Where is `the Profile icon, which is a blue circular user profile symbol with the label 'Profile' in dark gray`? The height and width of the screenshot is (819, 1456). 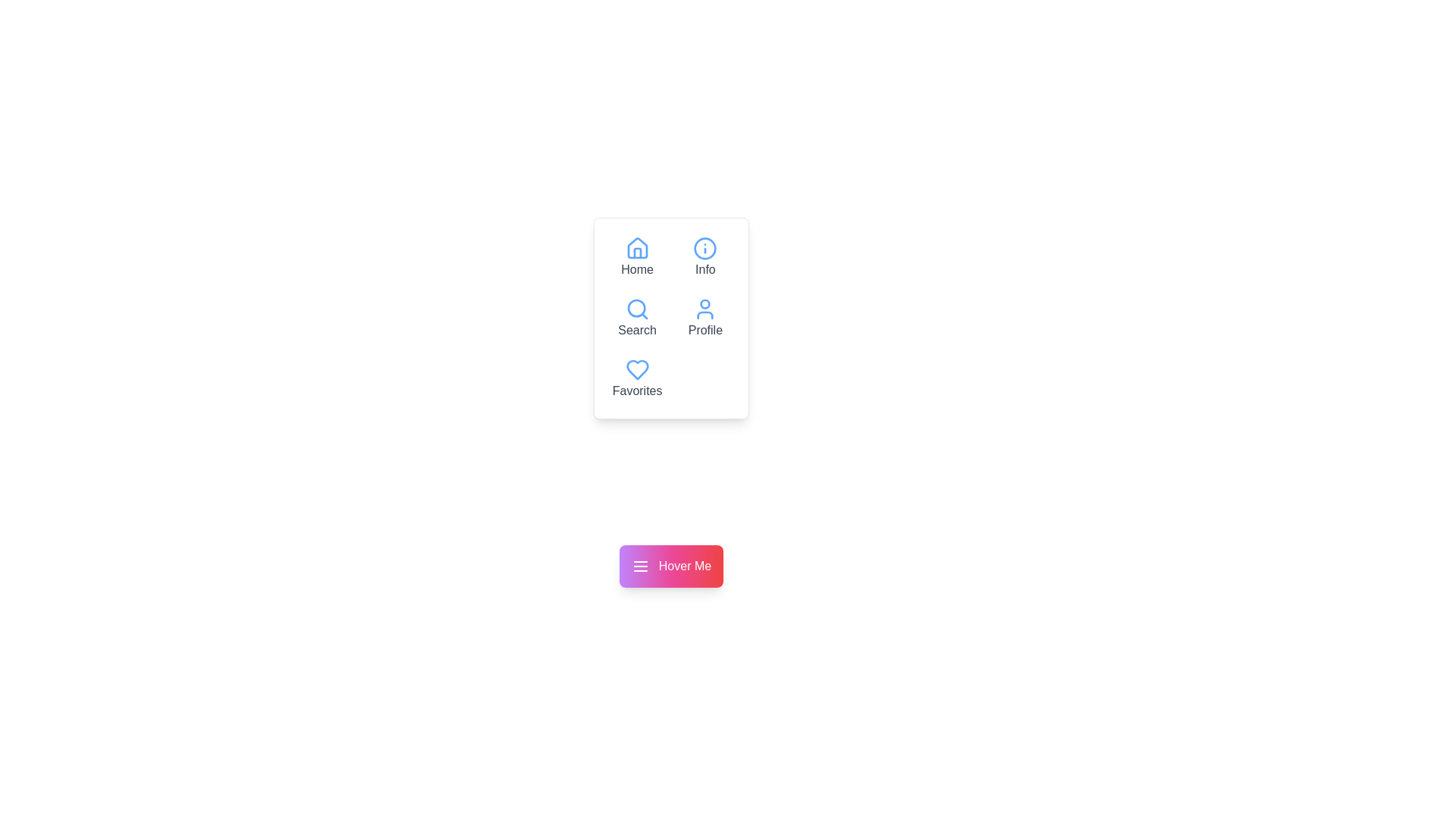 the Profile icon, which is a blue circular user profile symbol with the label 'Profile' in dark gray is located at coordinates (704, 318).